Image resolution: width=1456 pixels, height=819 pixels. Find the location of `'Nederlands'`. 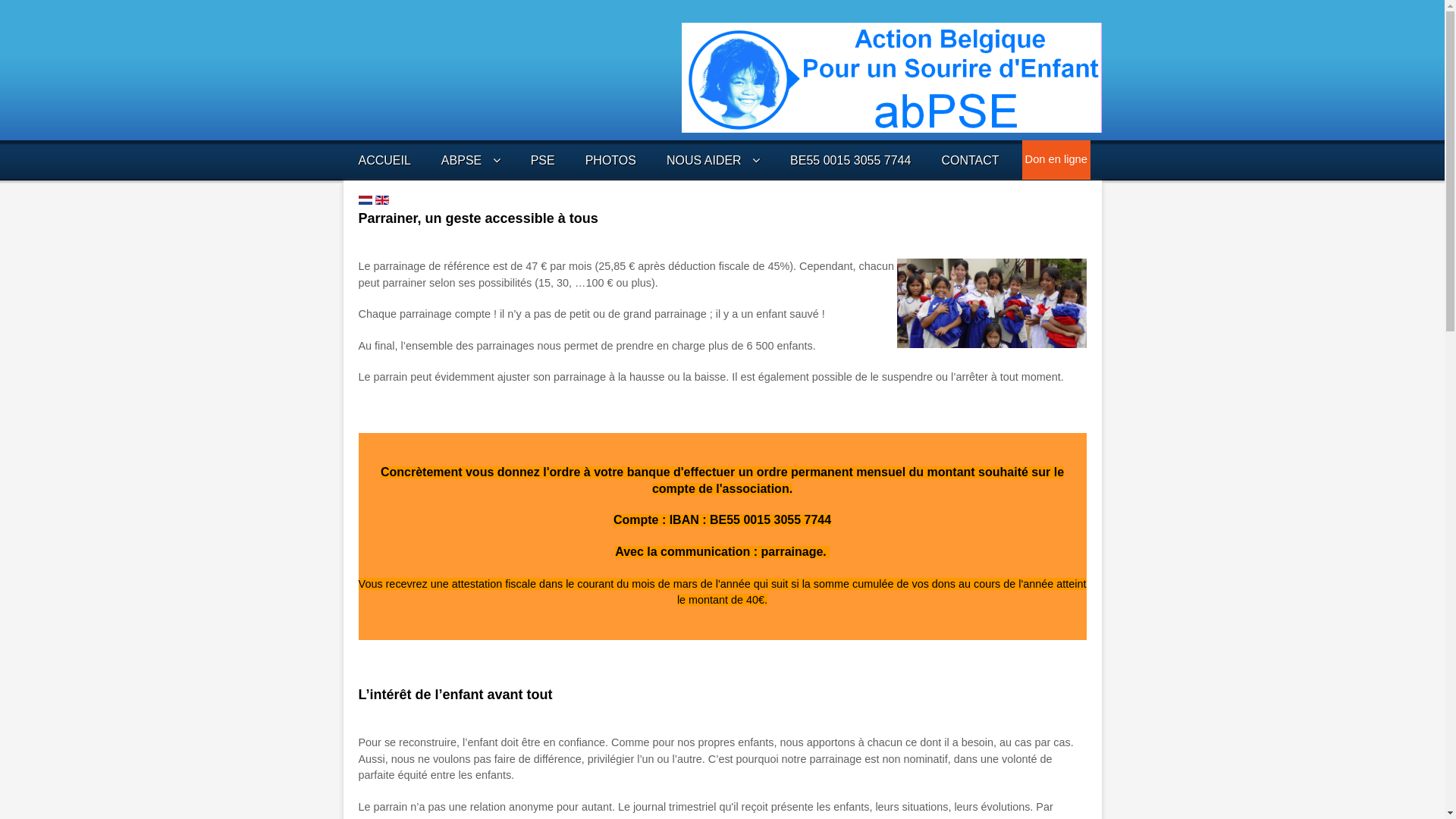

'Nederlands' is located at coordinates (364, 199).